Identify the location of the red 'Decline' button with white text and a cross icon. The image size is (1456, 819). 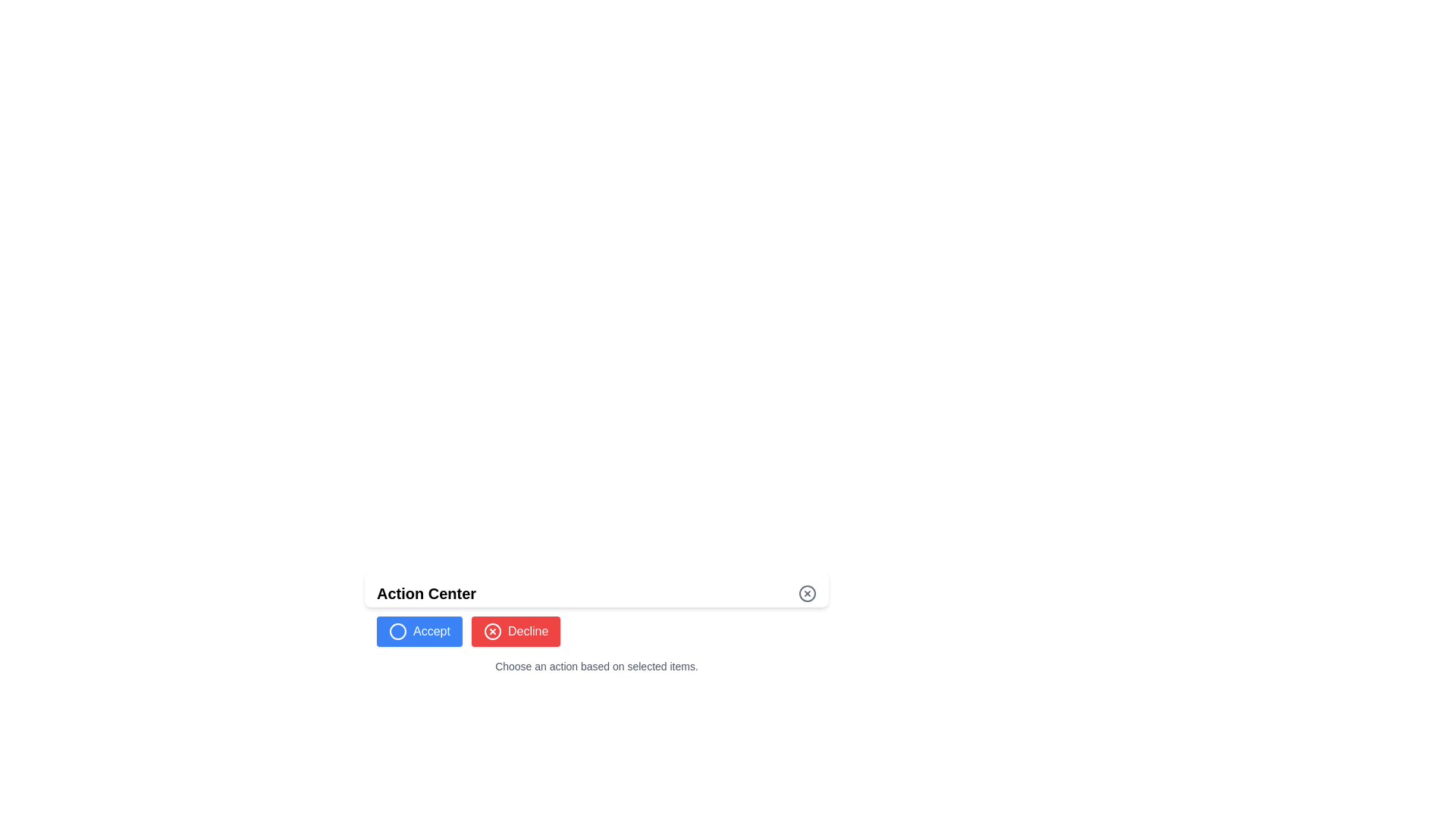
(516, 632).